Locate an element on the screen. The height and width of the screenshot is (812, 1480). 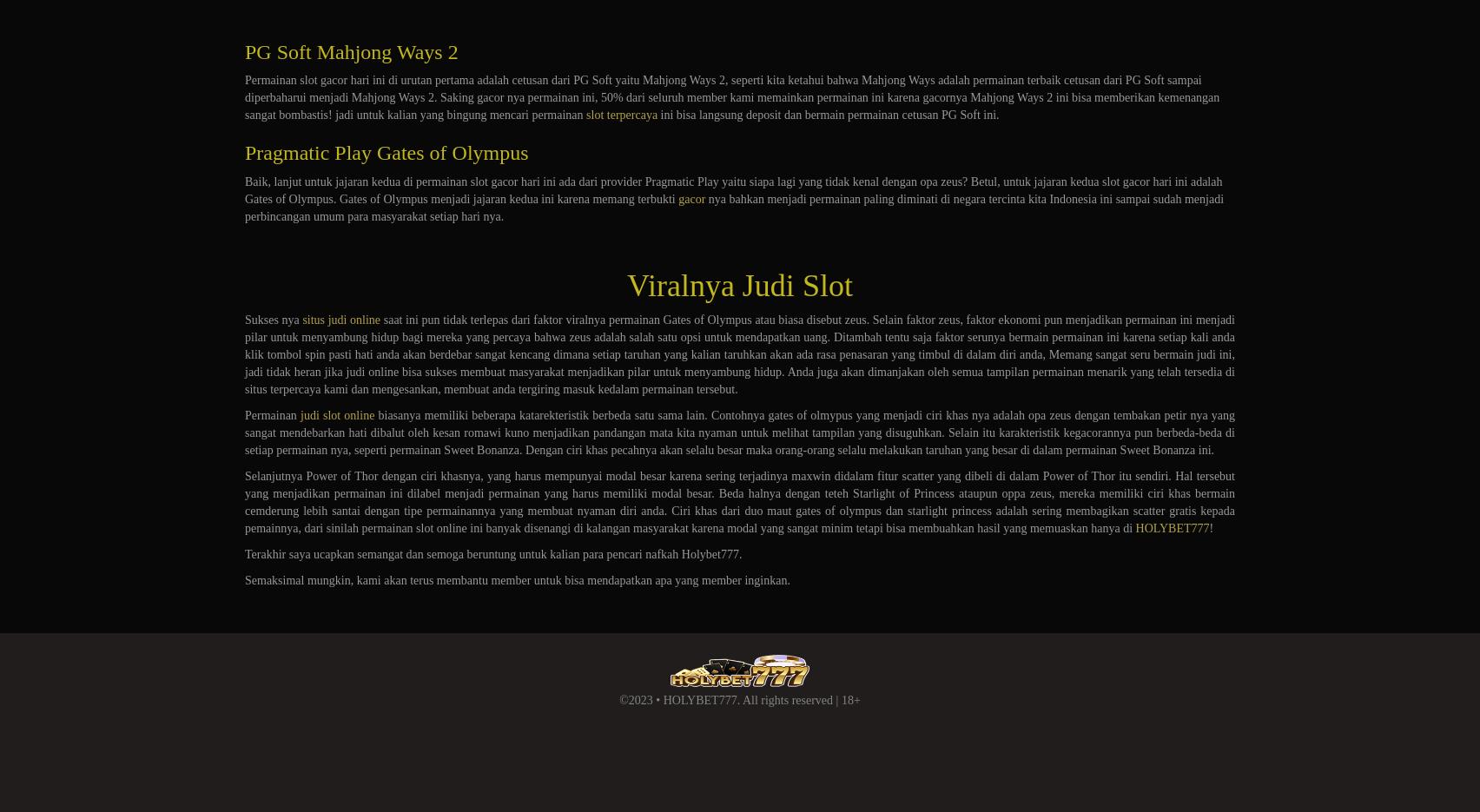
'Pragmatic Play Gates of Olympus' is located at coordinates (387, 151).